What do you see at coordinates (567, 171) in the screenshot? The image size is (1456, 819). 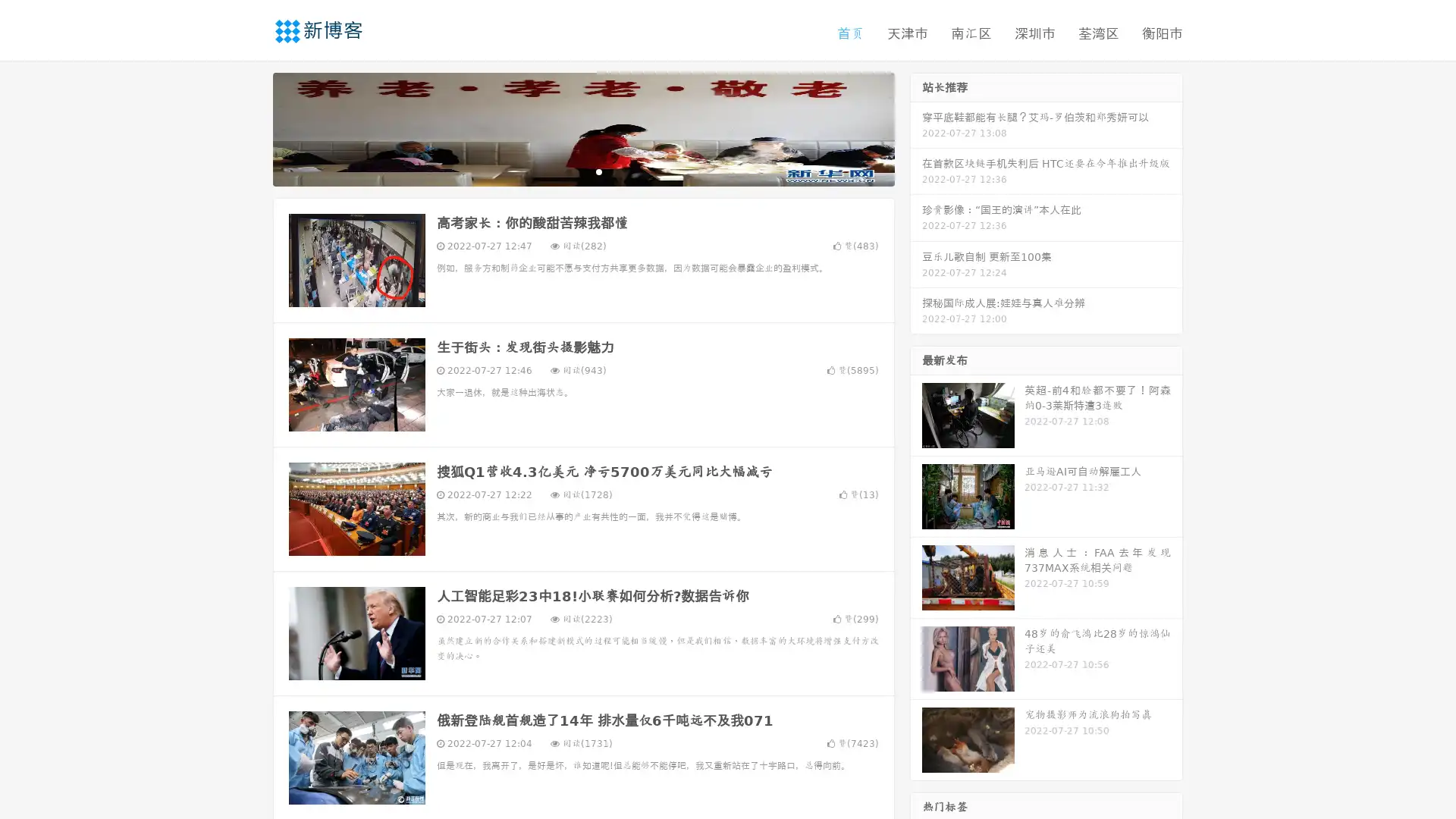 I see `Go to slide 1` at bounding box center [567, 171].